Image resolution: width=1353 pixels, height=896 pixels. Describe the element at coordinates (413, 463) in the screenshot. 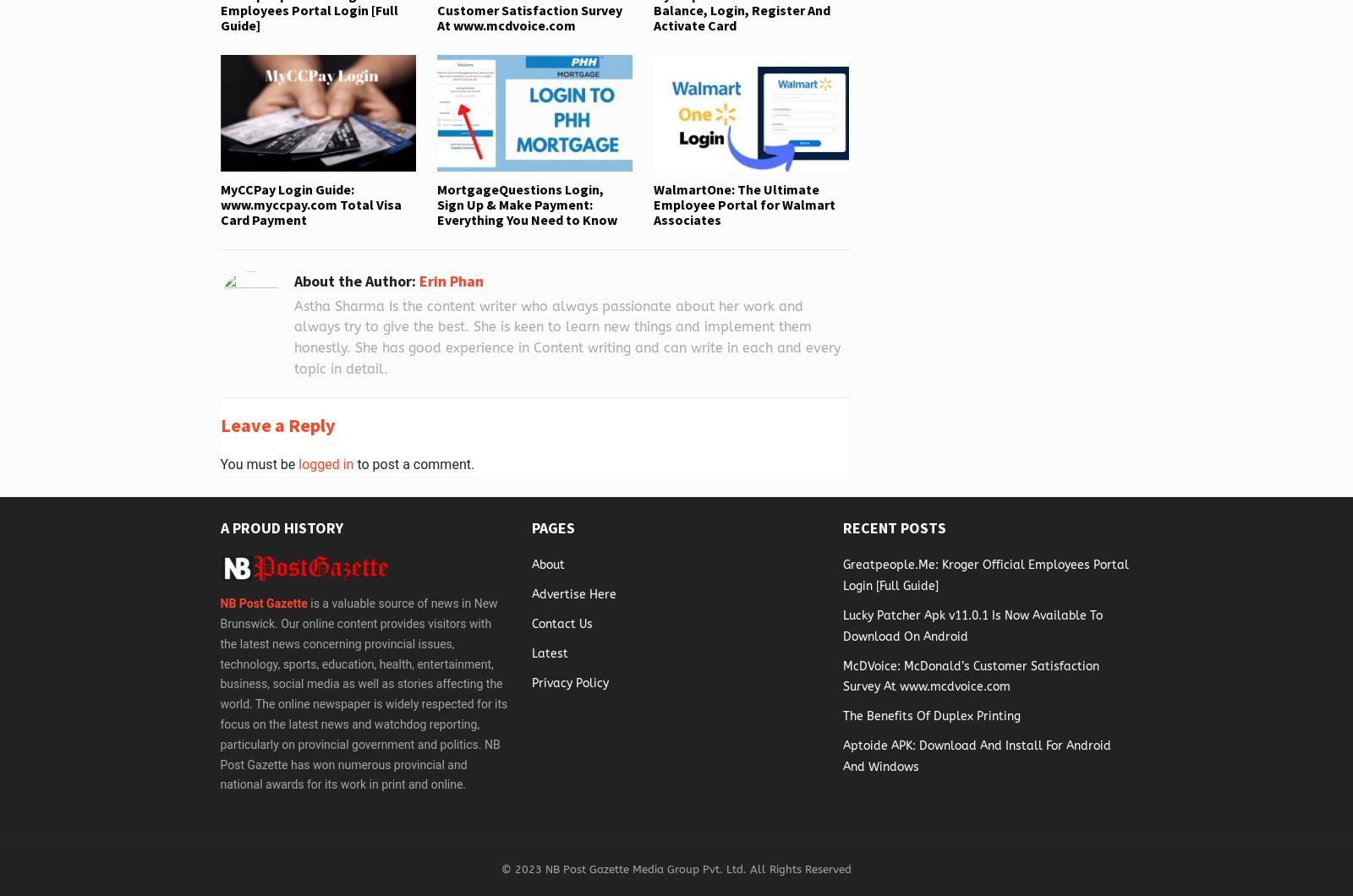

I see `'to post a comment.'` at that location.